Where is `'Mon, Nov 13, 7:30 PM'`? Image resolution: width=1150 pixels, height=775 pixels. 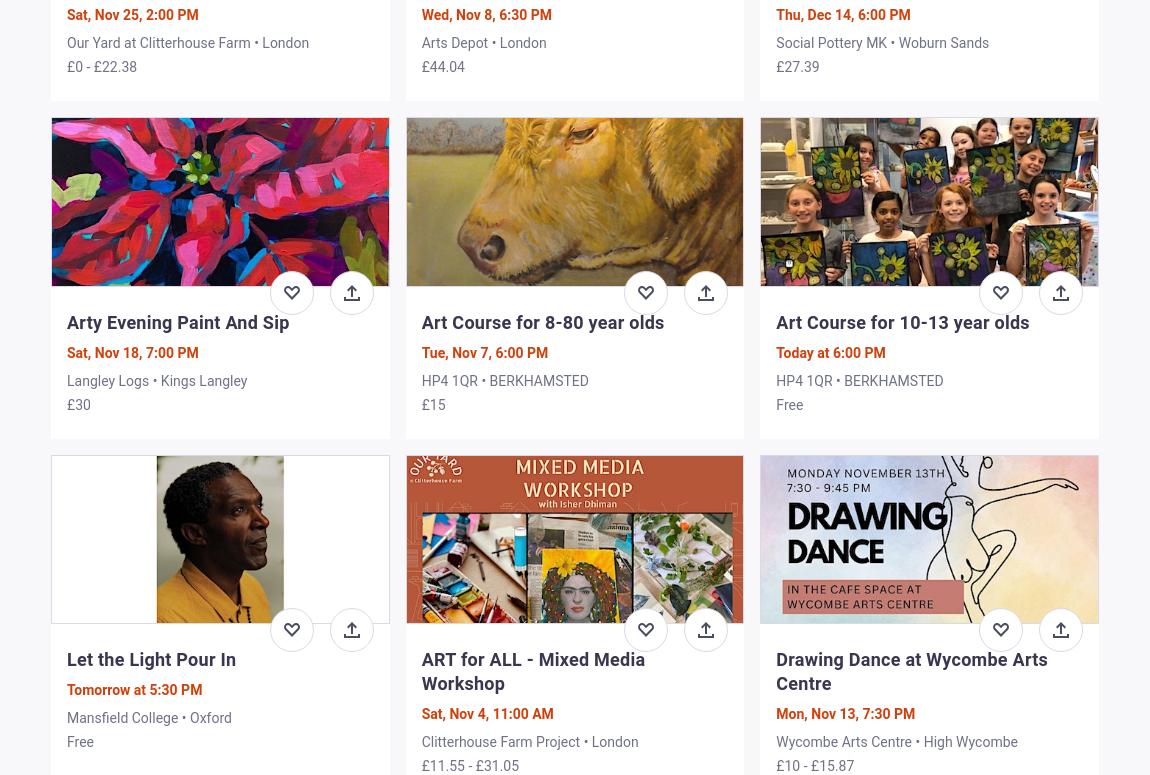
'Mon, Nov 13, 7:30 PM' is located at coordinates (844, 713).